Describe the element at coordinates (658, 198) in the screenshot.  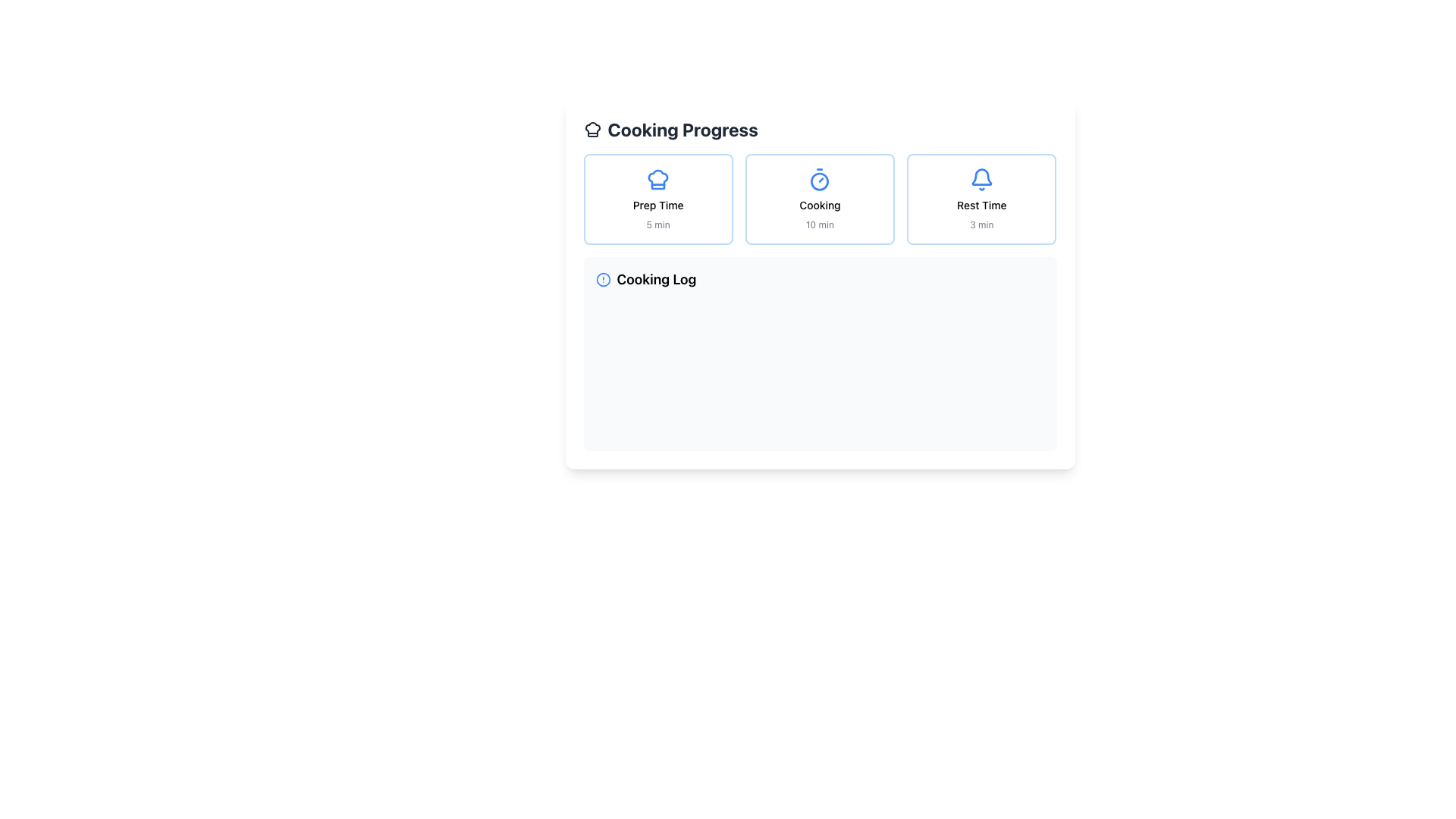
I see `the first Interactive information card located in the top left corner of the card grid to interact with it` at that location.